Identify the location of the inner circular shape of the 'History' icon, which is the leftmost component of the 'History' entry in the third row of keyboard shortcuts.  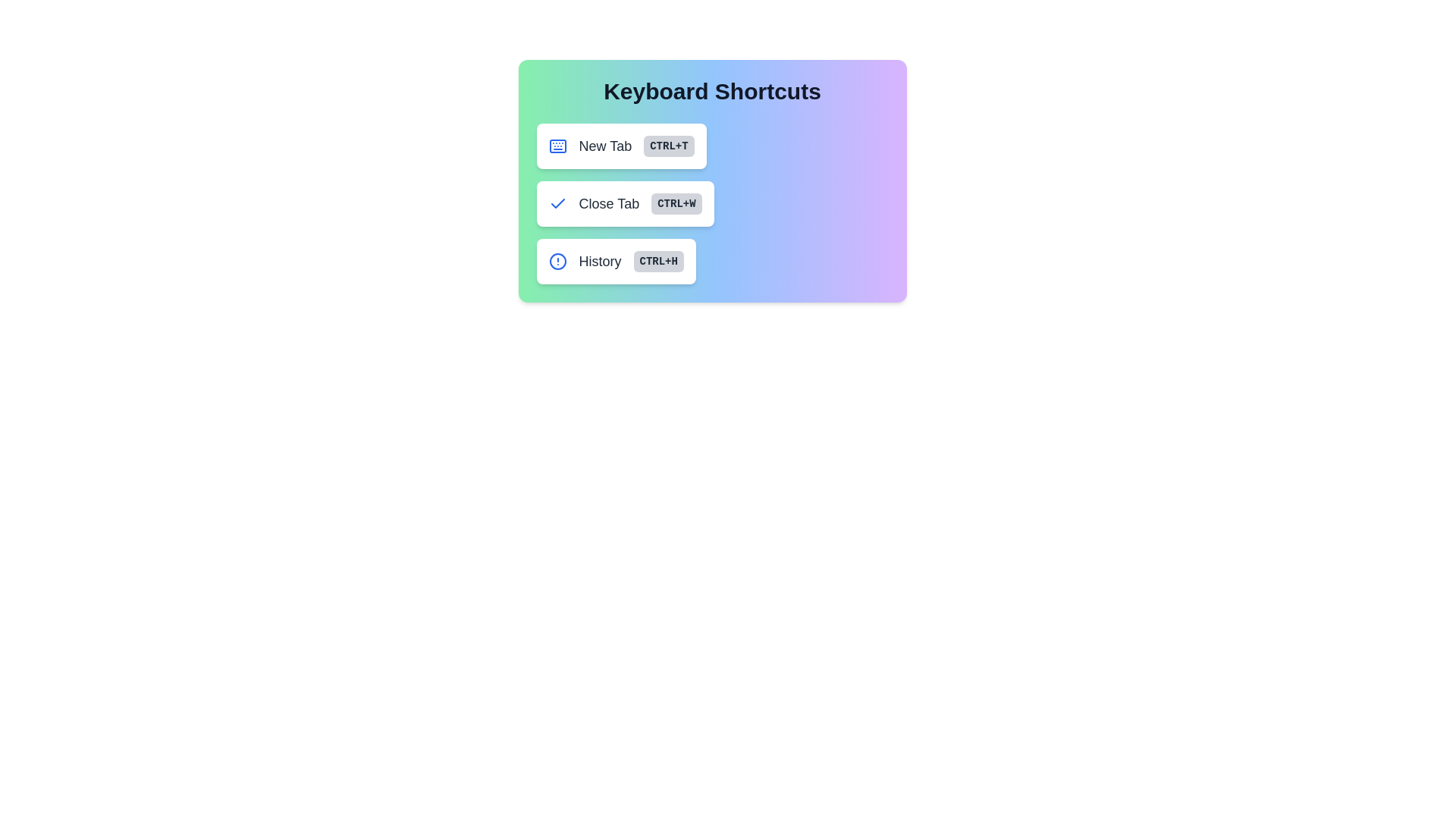
(557, 260).